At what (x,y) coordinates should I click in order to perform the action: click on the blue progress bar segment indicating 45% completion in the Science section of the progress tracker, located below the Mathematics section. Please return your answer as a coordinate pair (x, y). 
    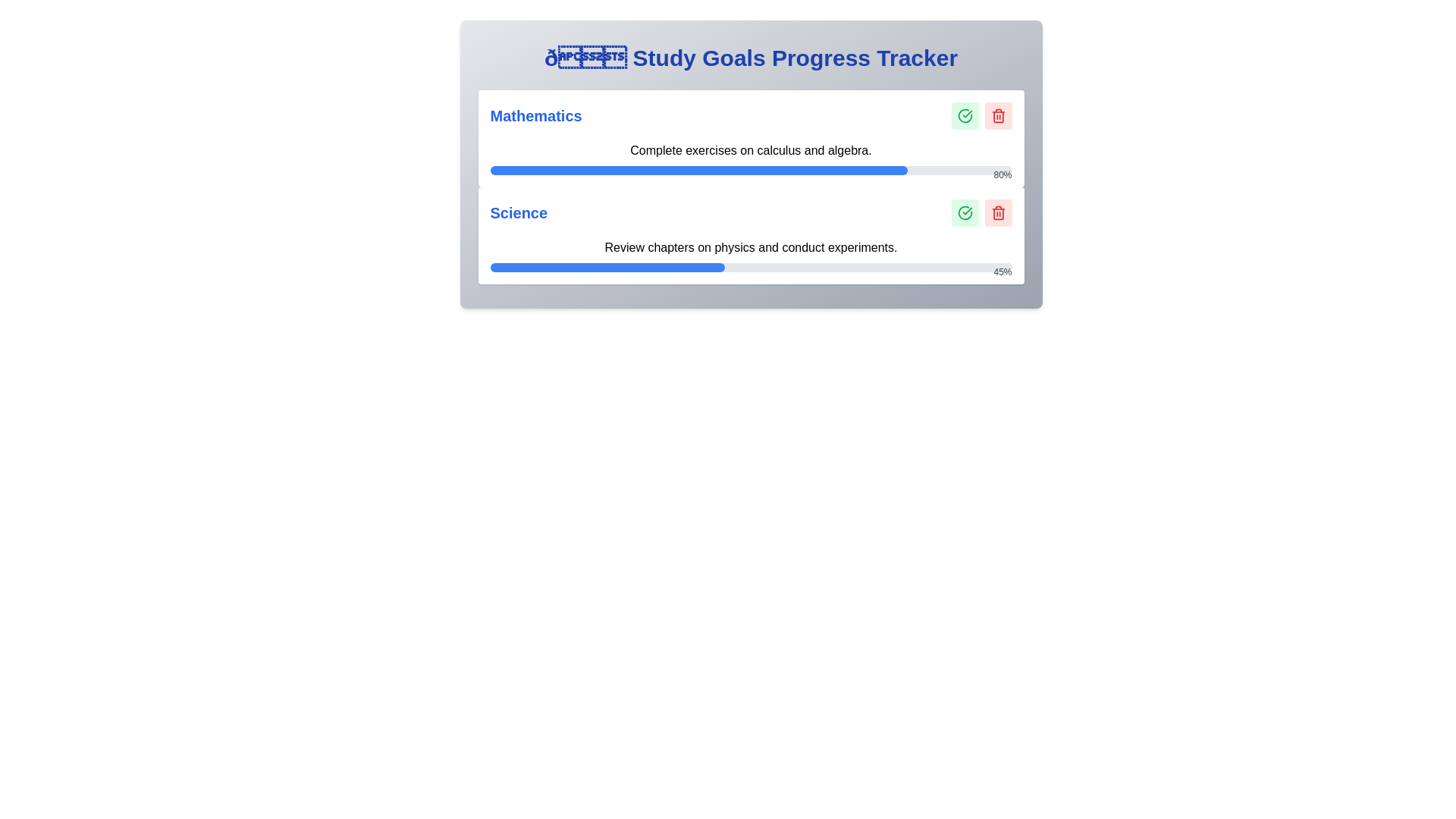
    Looking at the image, I should click on (607, 267).